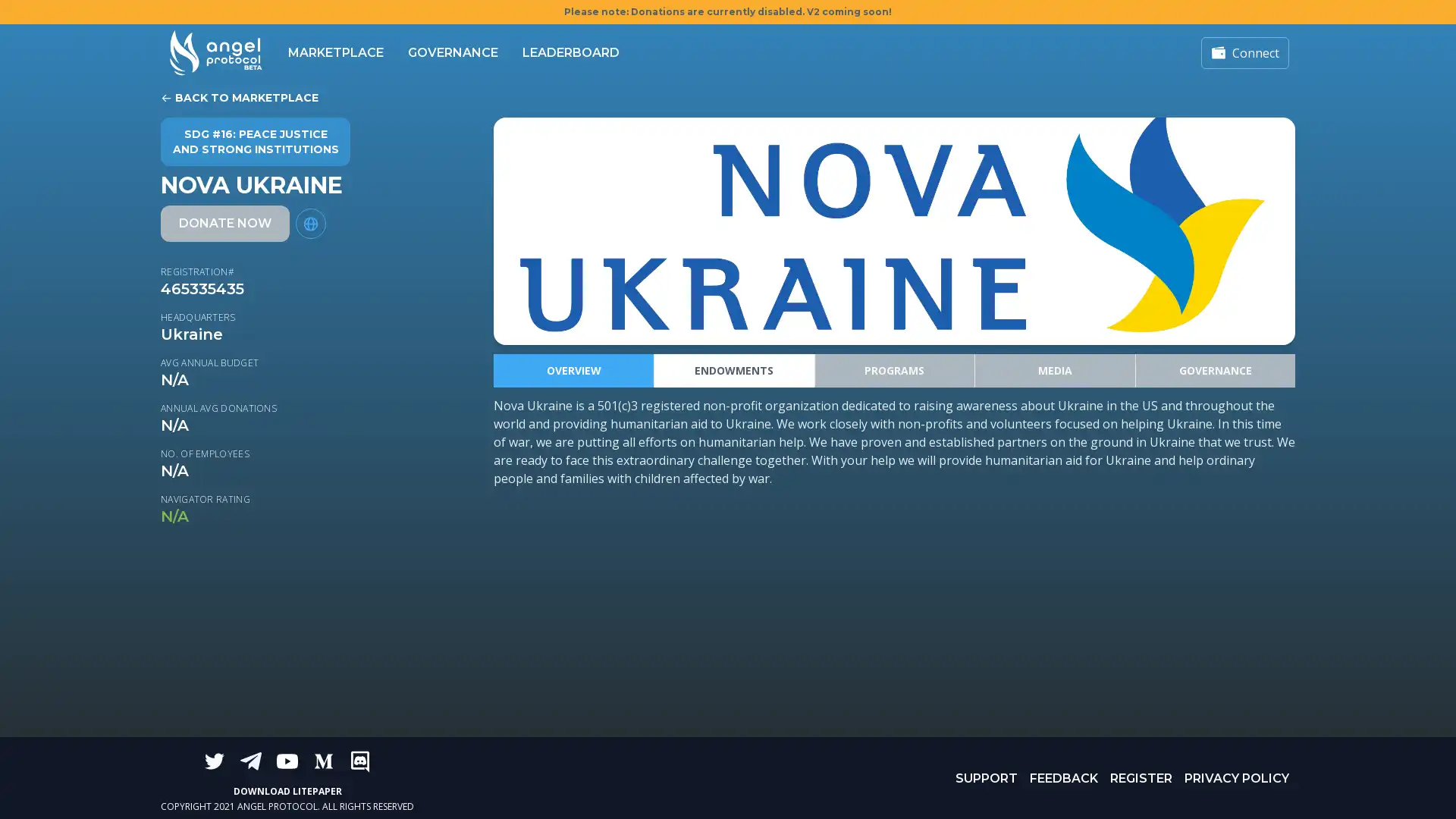 The image size is (1456, 819). Describe the element at coordinates (224, 223) in the screenshot. I see `DONATE NOW` at that location.